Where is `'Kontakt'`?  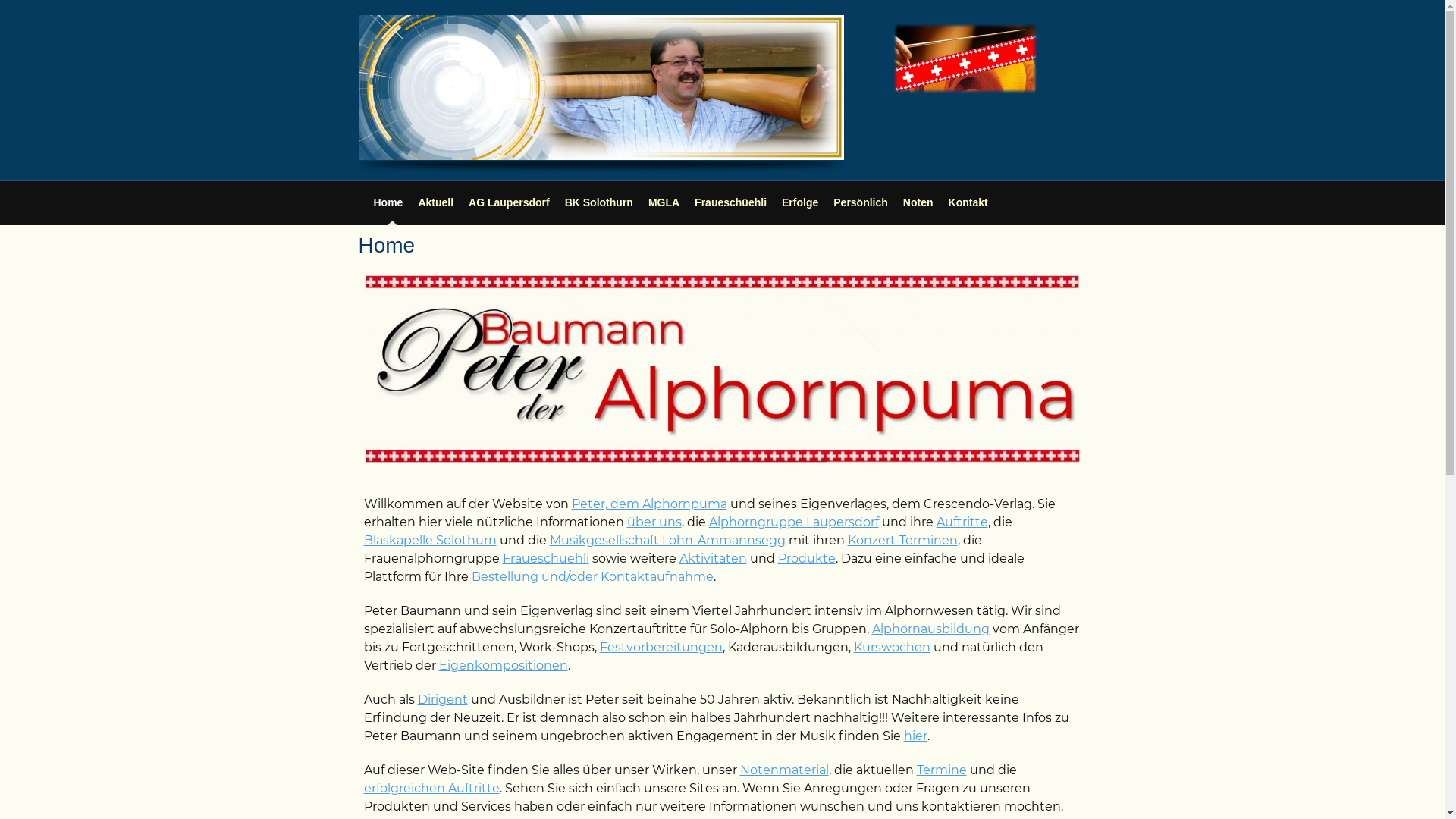 'Kontakt' is located at coordinates (948, 201).